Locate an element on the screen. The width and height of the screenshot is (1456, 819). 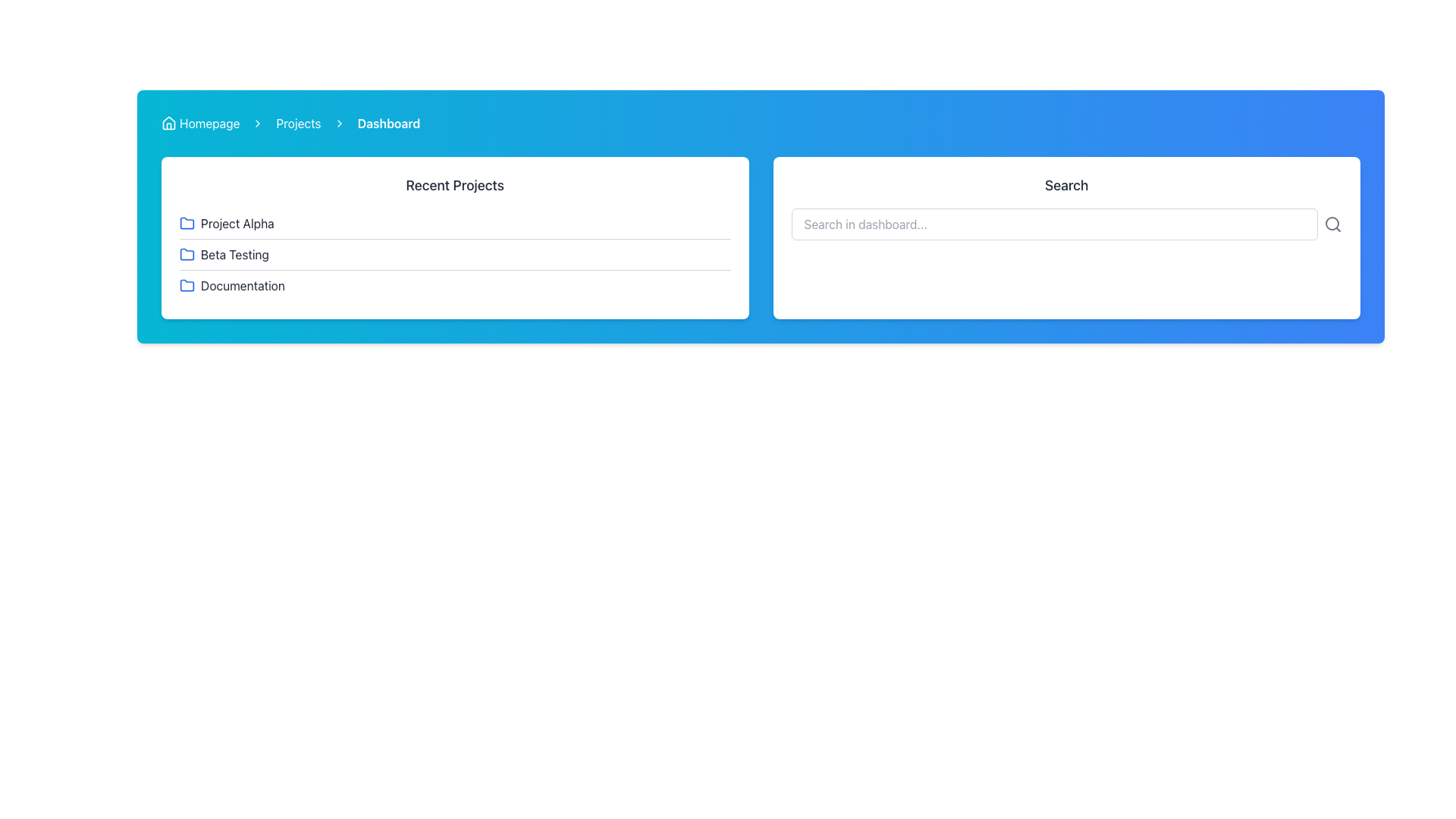
the home icon located at the far left of the breadcrumb navigation bar, preceding the text 'Homepage', to indicate navigation to the homepage is located at coordinates (168, 122).